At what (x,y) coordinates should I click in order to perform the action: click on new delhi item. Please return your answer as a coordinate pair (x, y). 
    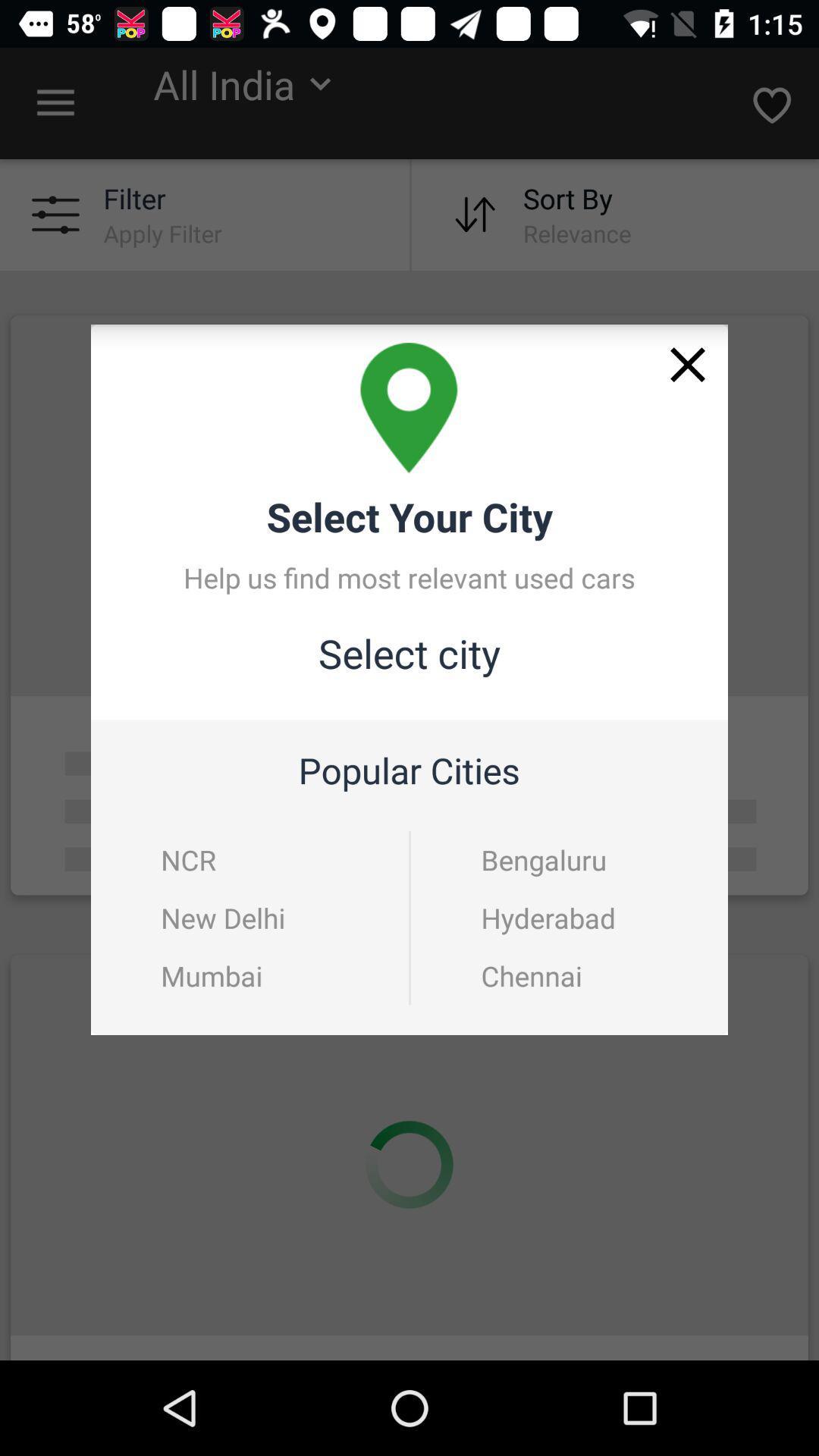
    Looking at the image, I should click on (223, 917).